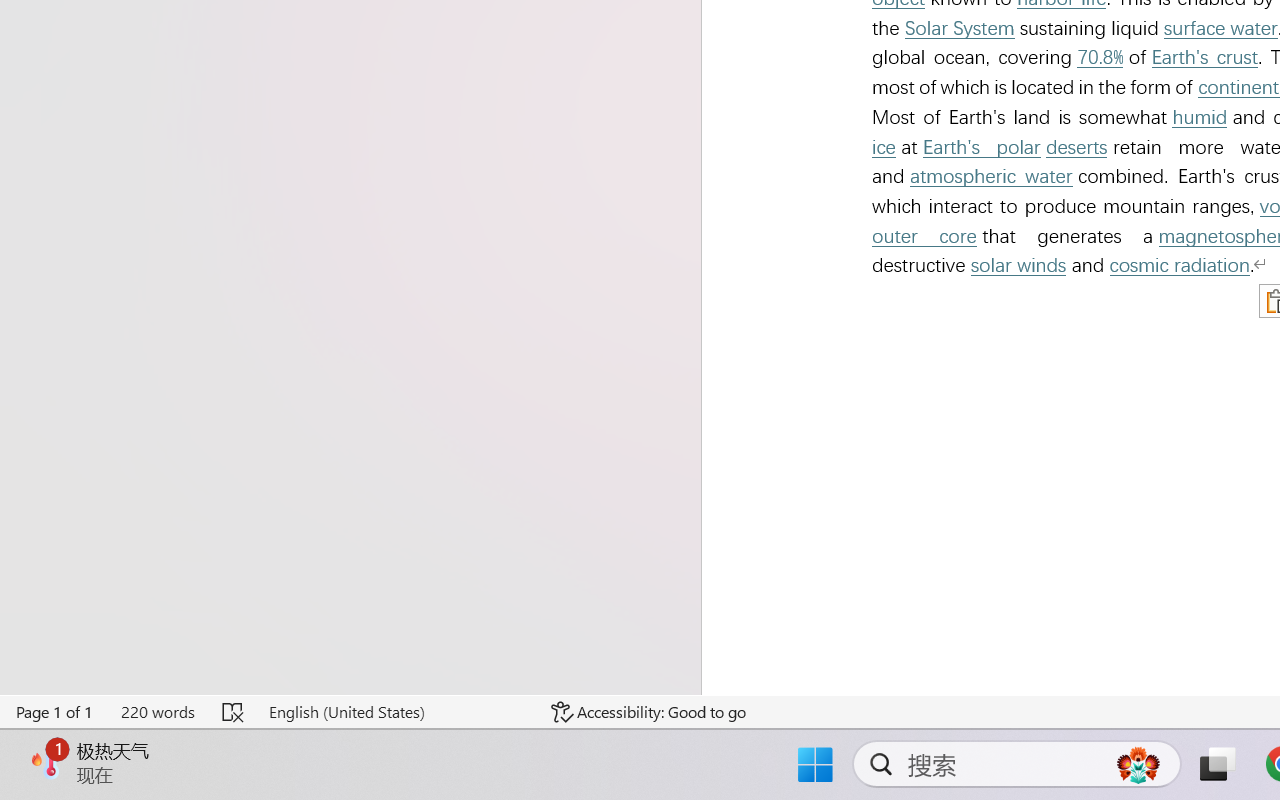 The height and width of the screenshot is (800, 1280). What do you see at coordinates (981, 147) in the screenshot?
I see `'Earth'` at bounding box center [981, 147].